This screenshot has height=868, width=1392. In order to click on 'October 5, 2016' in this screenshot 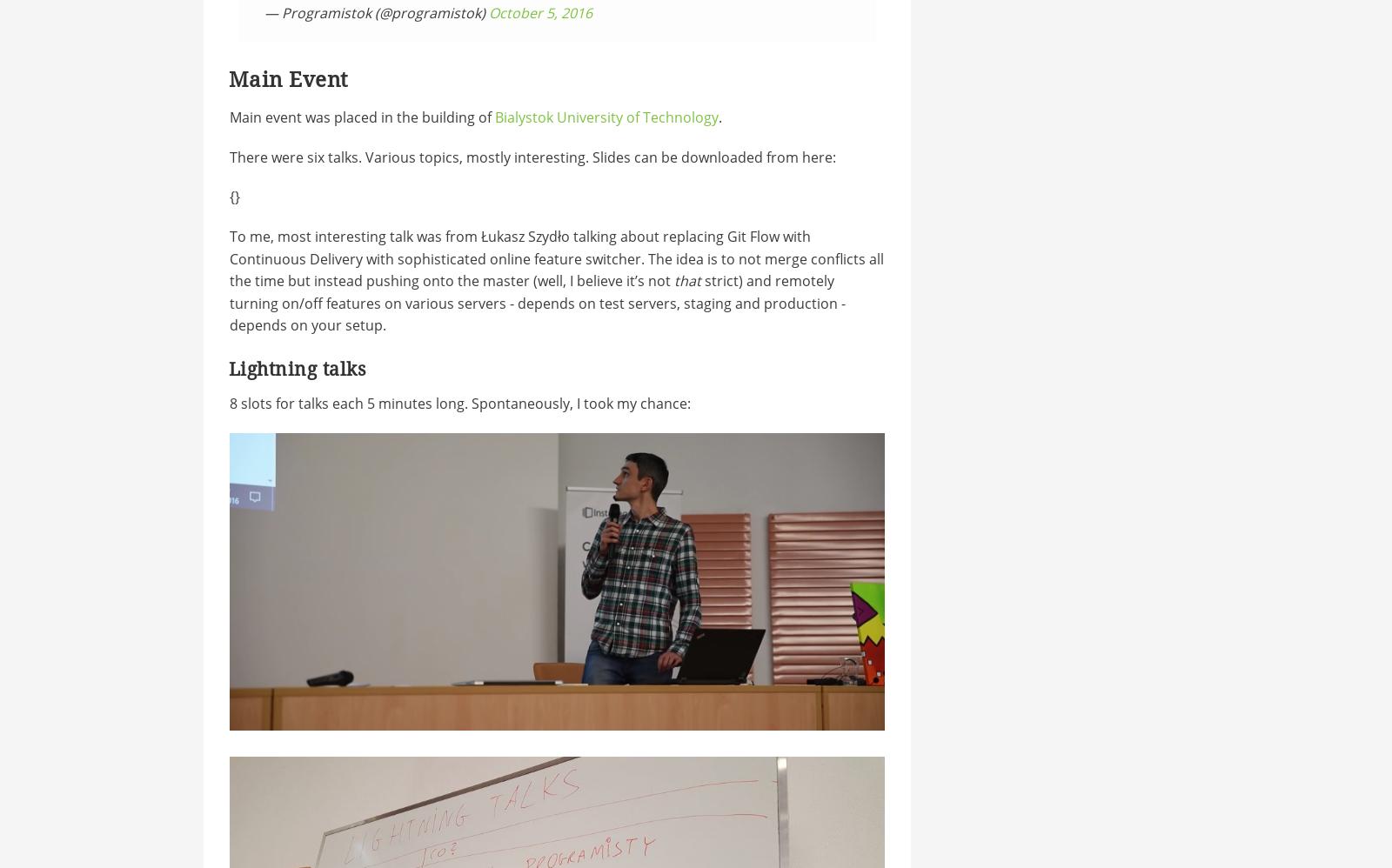, I will do `click(539, 12)`.